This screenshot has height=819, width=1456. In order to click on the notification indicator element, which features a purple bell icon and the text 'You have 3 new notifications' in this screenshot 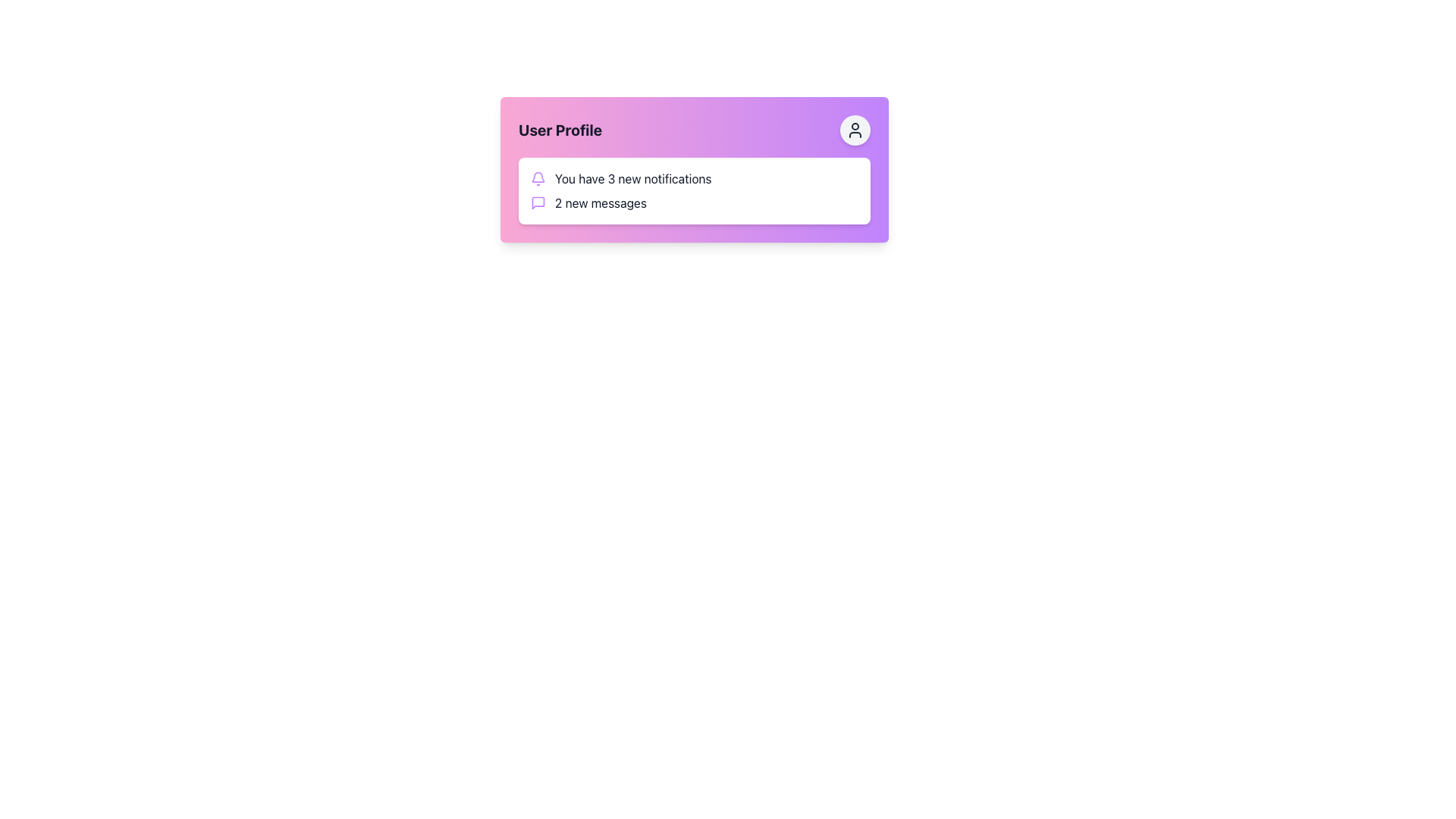, I will do `click(694, 177)`.